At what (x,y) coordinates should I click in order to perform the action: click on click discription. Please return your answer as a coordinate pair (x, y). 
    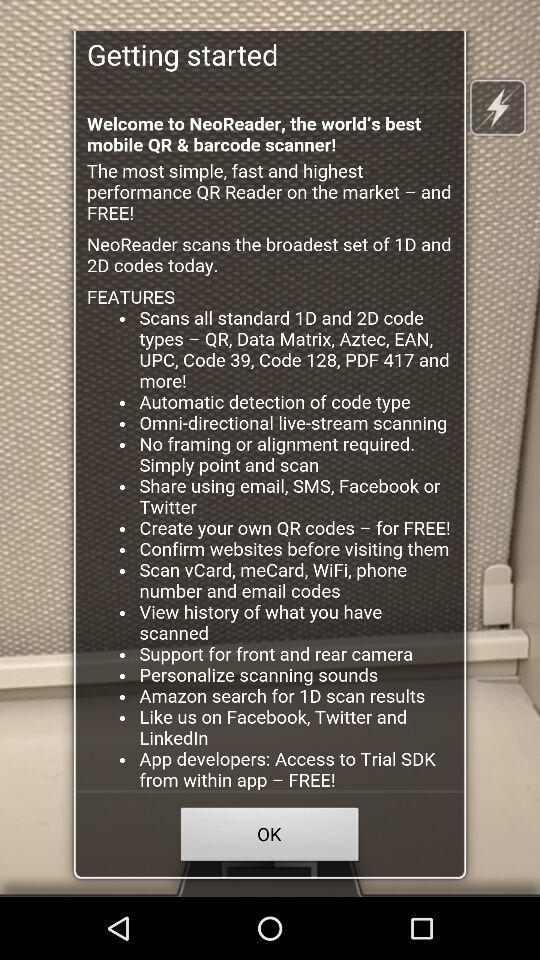
    Looking at the image, I should click on (270, 444).